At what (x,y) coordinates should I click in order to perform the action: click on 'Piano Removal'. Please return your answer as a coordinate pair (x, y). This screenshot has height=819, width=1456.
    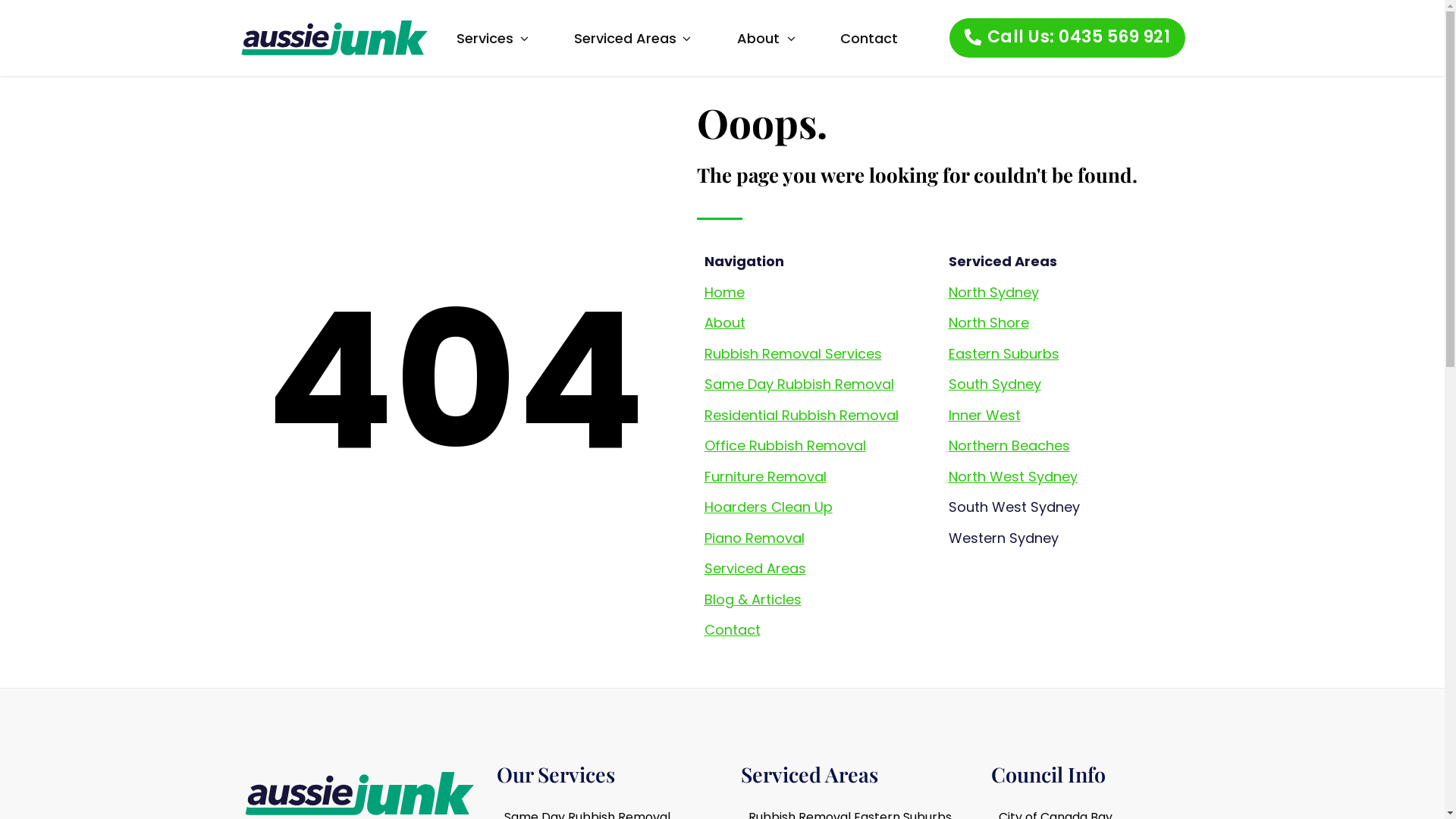
    Looking at the image, I should click on (753, 537).